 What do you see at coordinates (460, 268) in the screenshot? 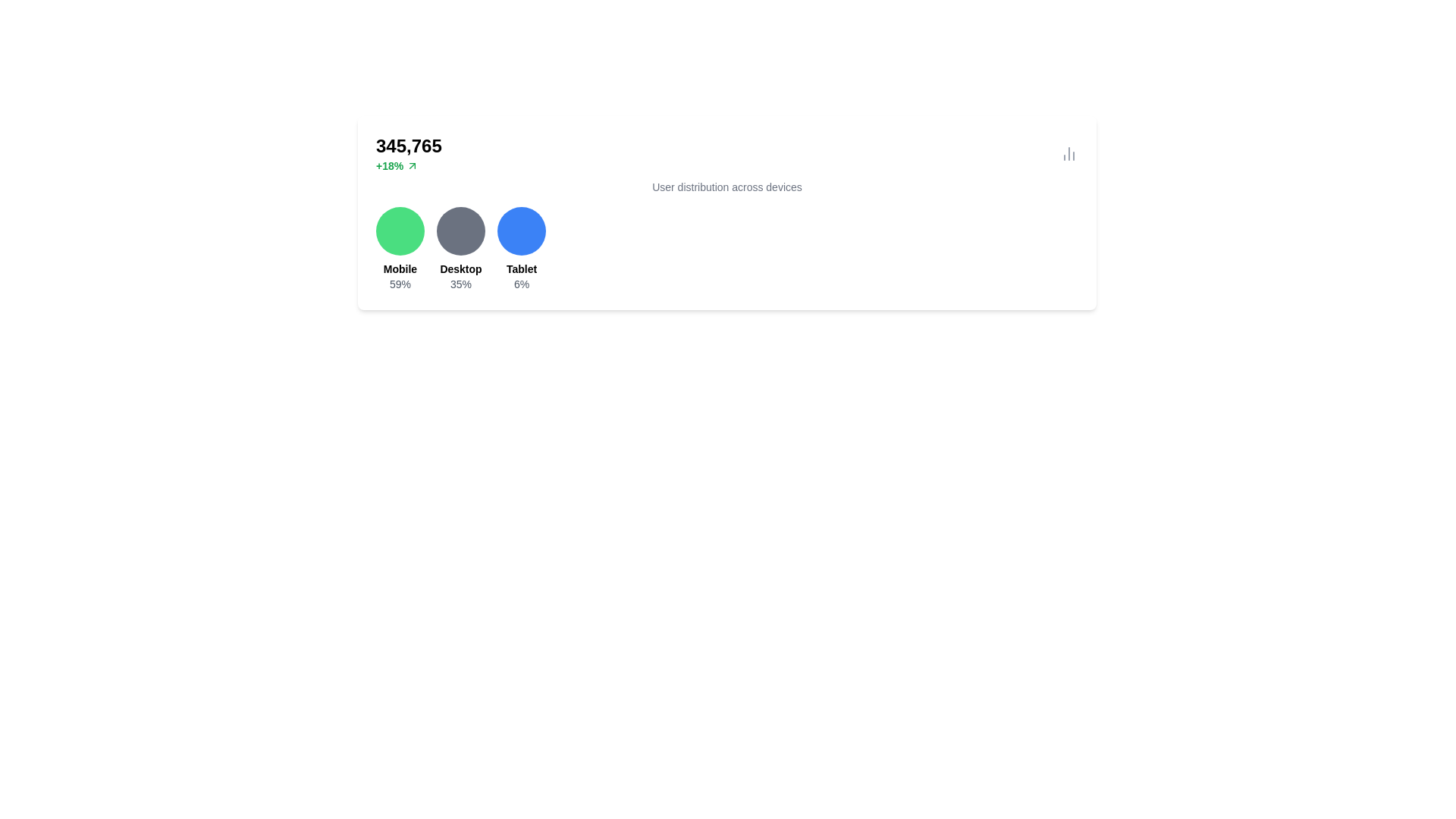
I see `text label displaying 'Desktop', which is bold and positioned between an icon above and a percentage value below in the UI` at bounding box center [460, 268].